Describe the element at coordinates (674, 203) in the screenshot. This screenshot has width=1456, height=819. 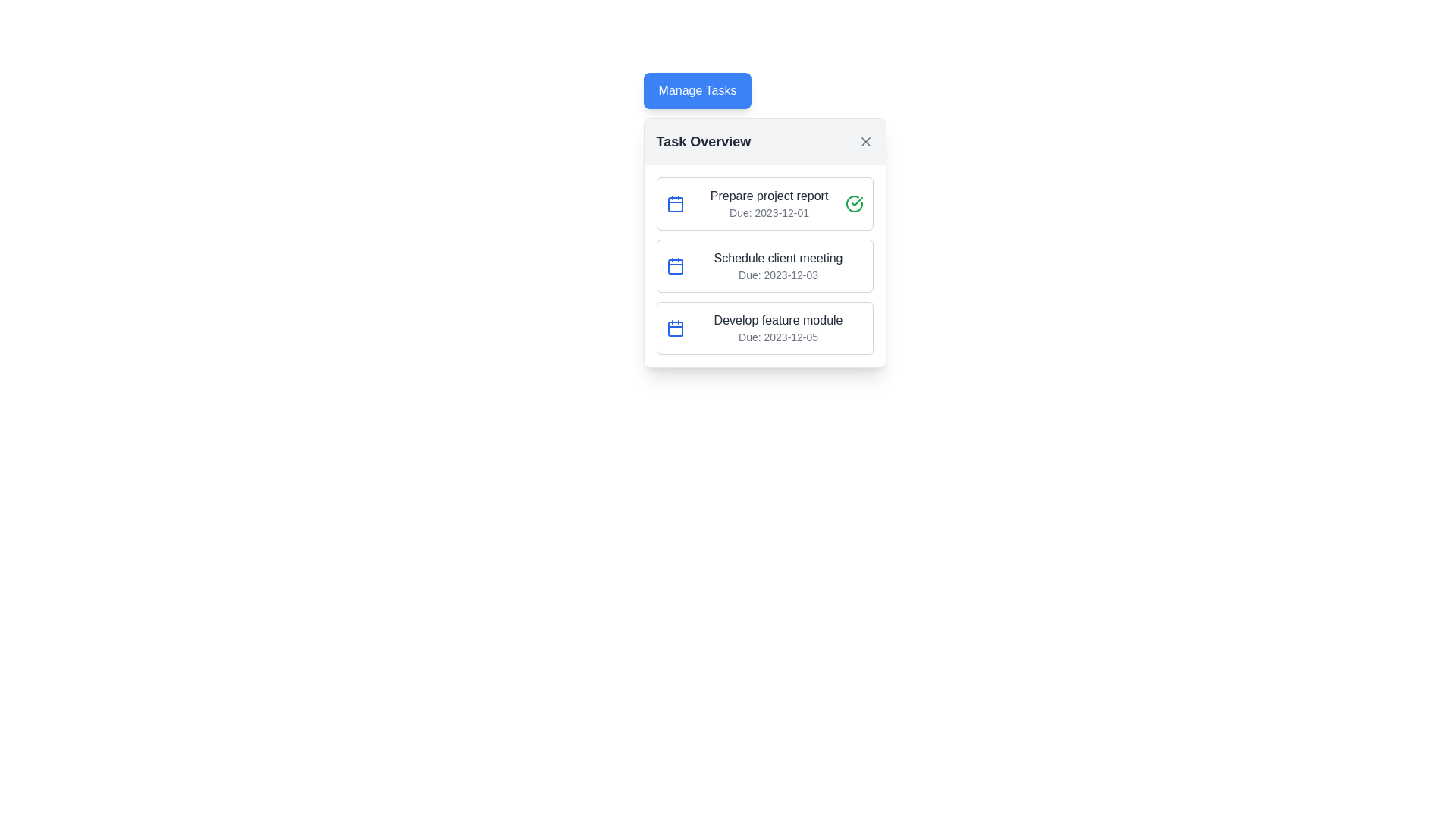
I see `the calendar icon with a blue outline located to the left of the text 'Prepare project report' in the task list` at that location.